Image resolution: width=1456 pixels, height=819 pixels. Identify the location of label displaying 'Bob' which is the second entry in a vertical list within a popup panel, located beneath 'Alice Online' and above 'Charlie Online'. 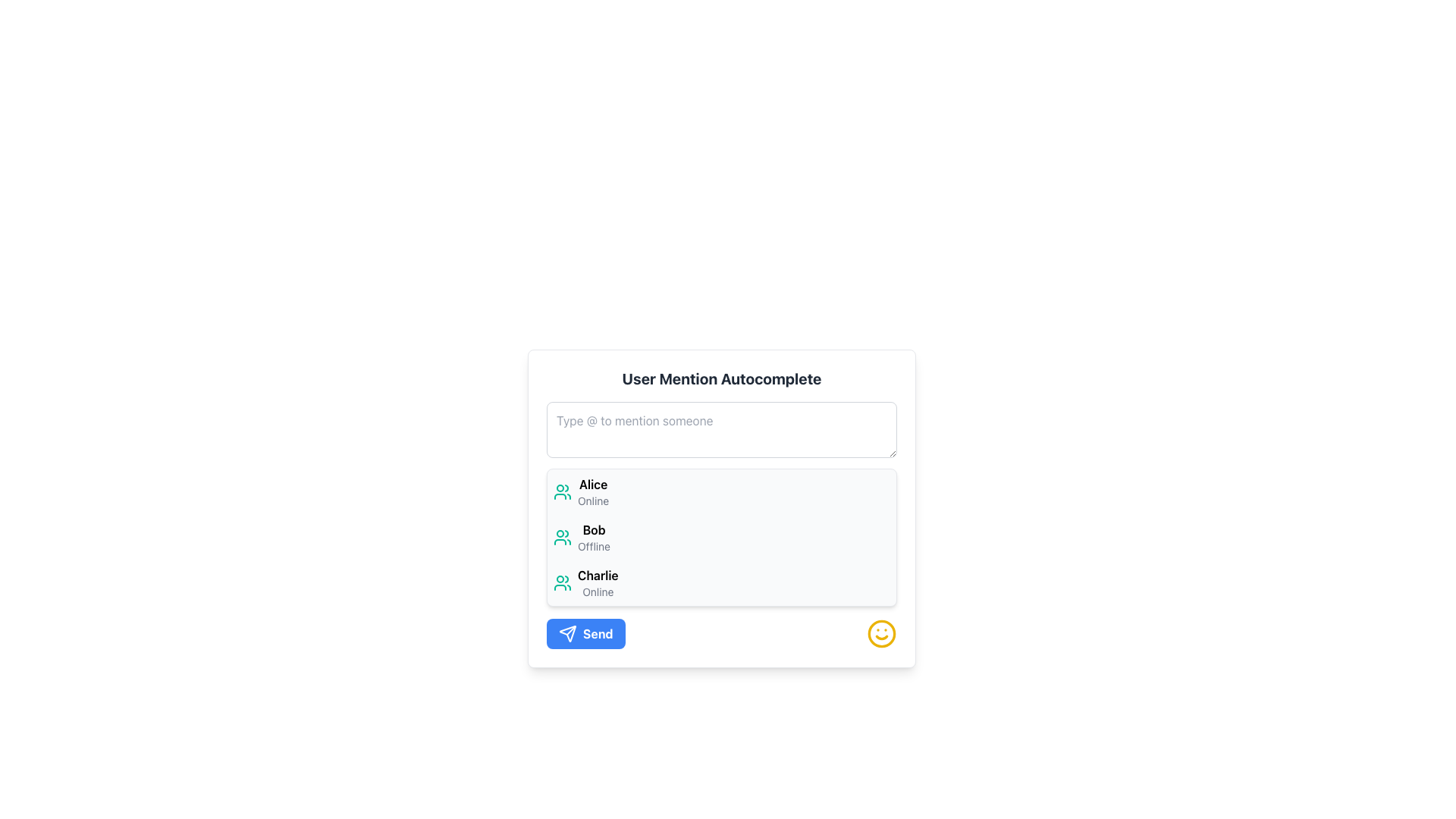
(593, 537).